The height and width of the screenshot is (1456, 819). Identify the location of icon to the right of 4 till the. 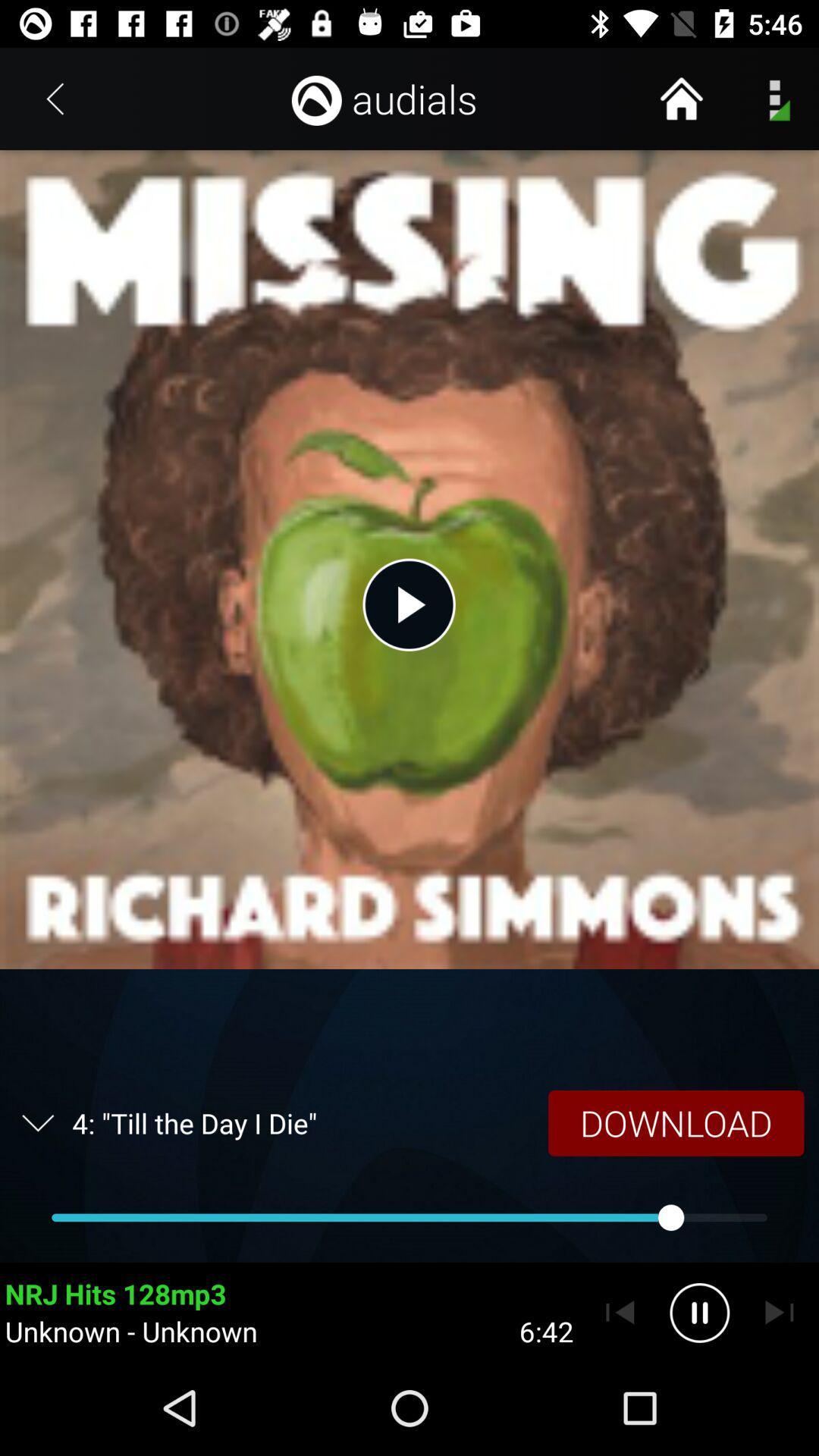
(675, 1123).